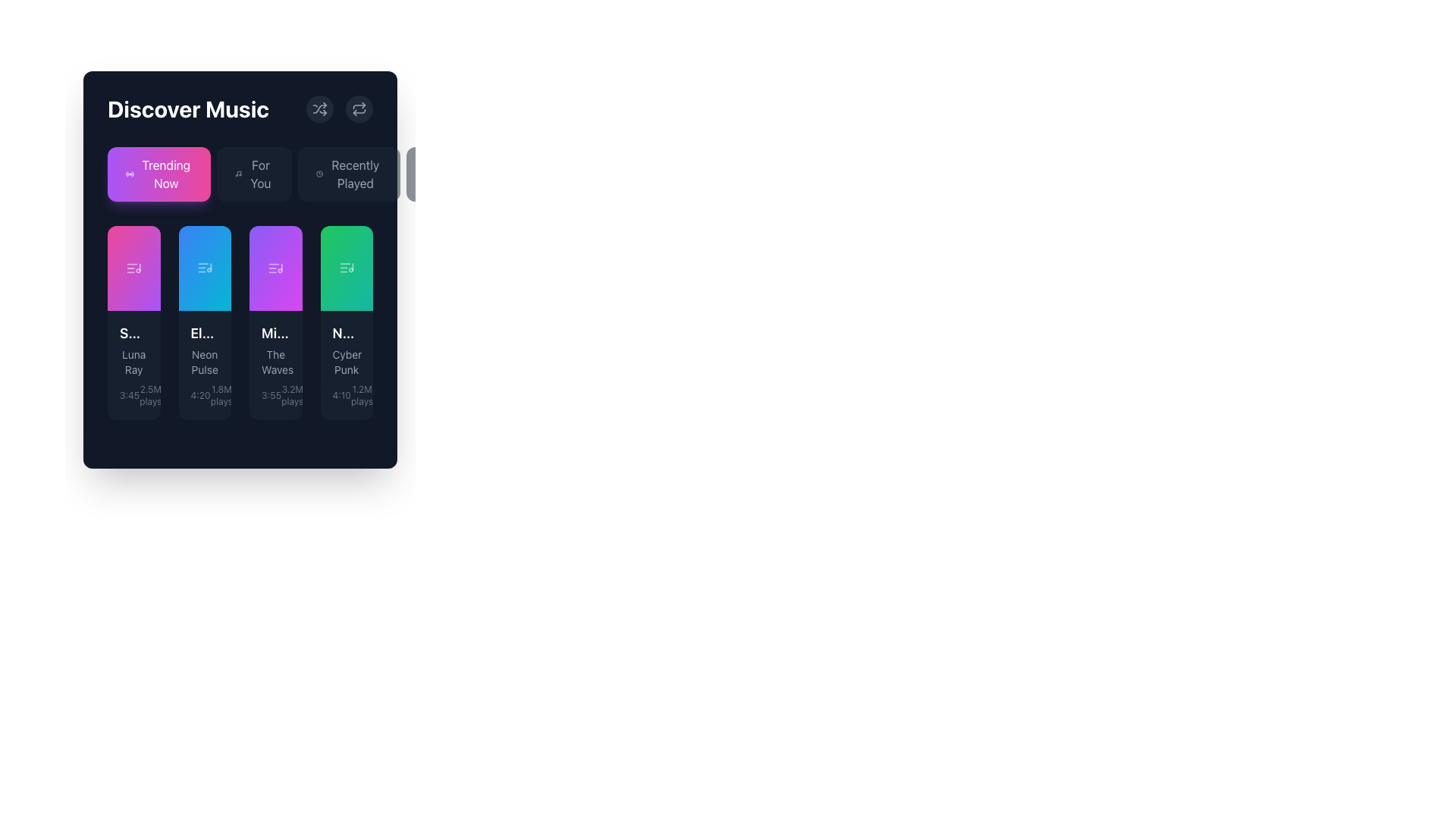 This screenshot has height=819, width=1456. What do you see at coordinates (133, 268) in the screenshot?
I see `the play button located in the first card under the 'Discover Music' section` at bounding box center [133, 268].